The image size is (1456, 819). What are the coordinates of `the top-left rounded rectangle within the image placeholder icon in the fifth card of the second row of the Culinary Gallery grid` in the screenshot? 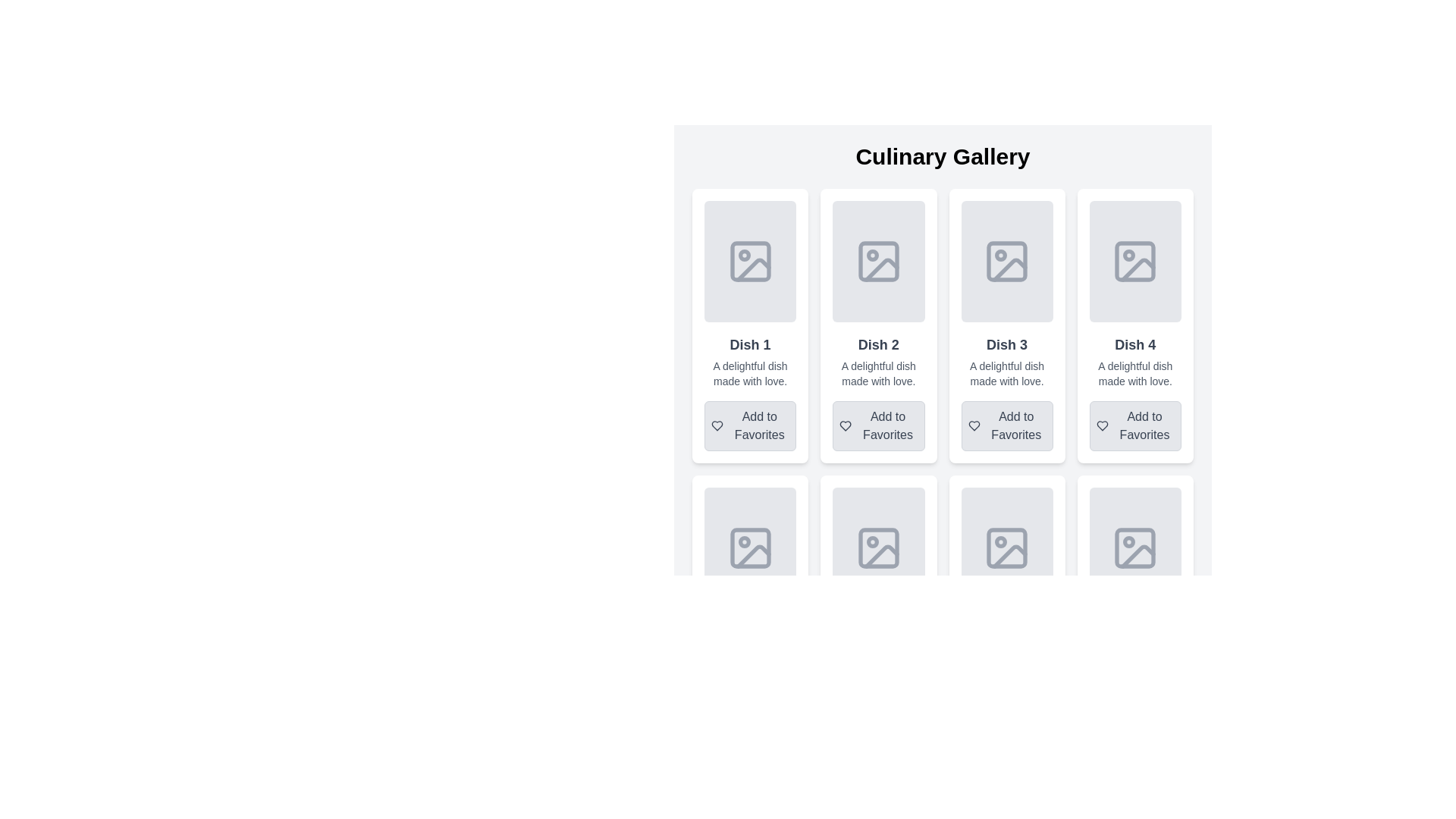 It's located at (878, 548).